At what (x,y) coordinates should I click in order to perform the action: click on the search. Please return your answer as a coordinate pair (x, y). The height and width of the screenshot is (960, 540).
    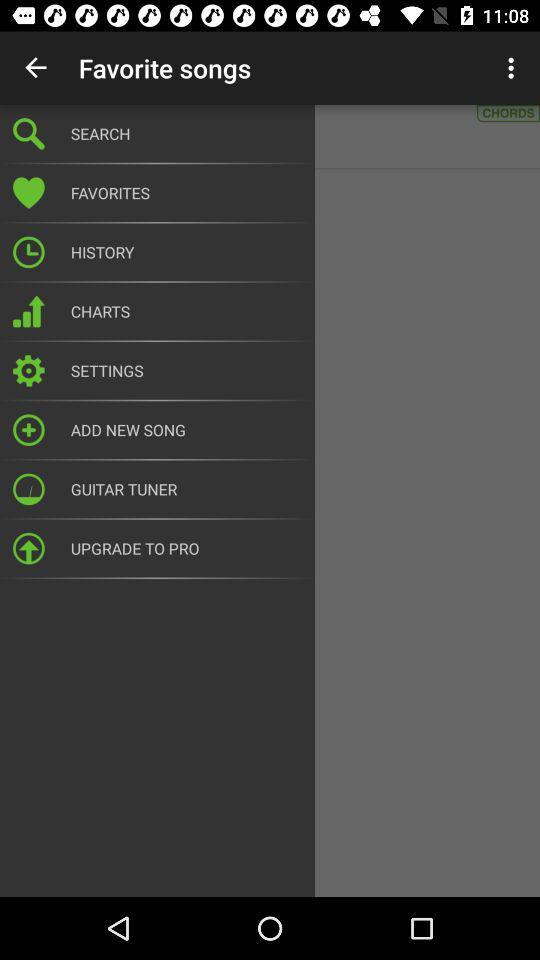
    Looking at the image, I should click on (186, 132).